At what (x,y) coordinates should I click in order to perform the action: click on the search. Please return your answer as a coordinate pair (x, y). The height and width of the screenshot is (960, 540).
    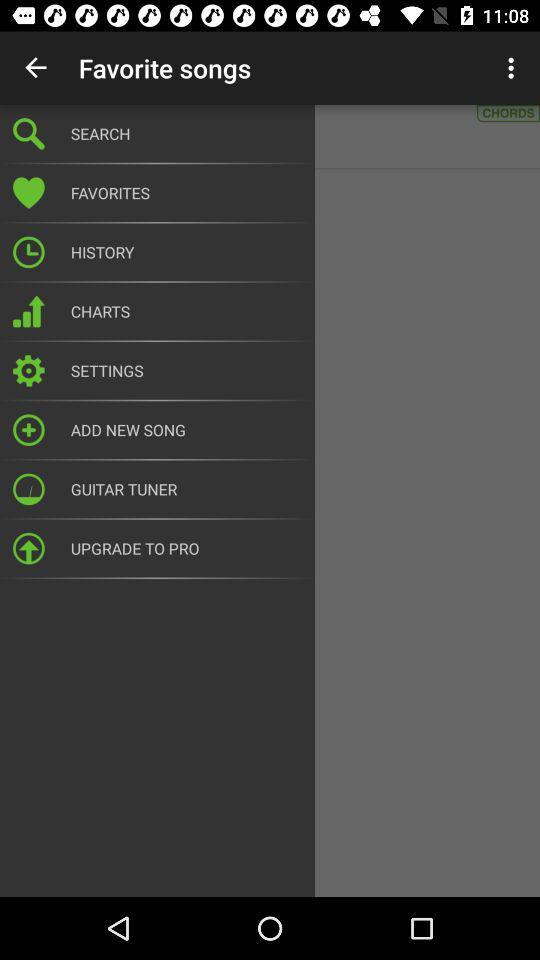
    Looking at the image, I should click on (186, 132).